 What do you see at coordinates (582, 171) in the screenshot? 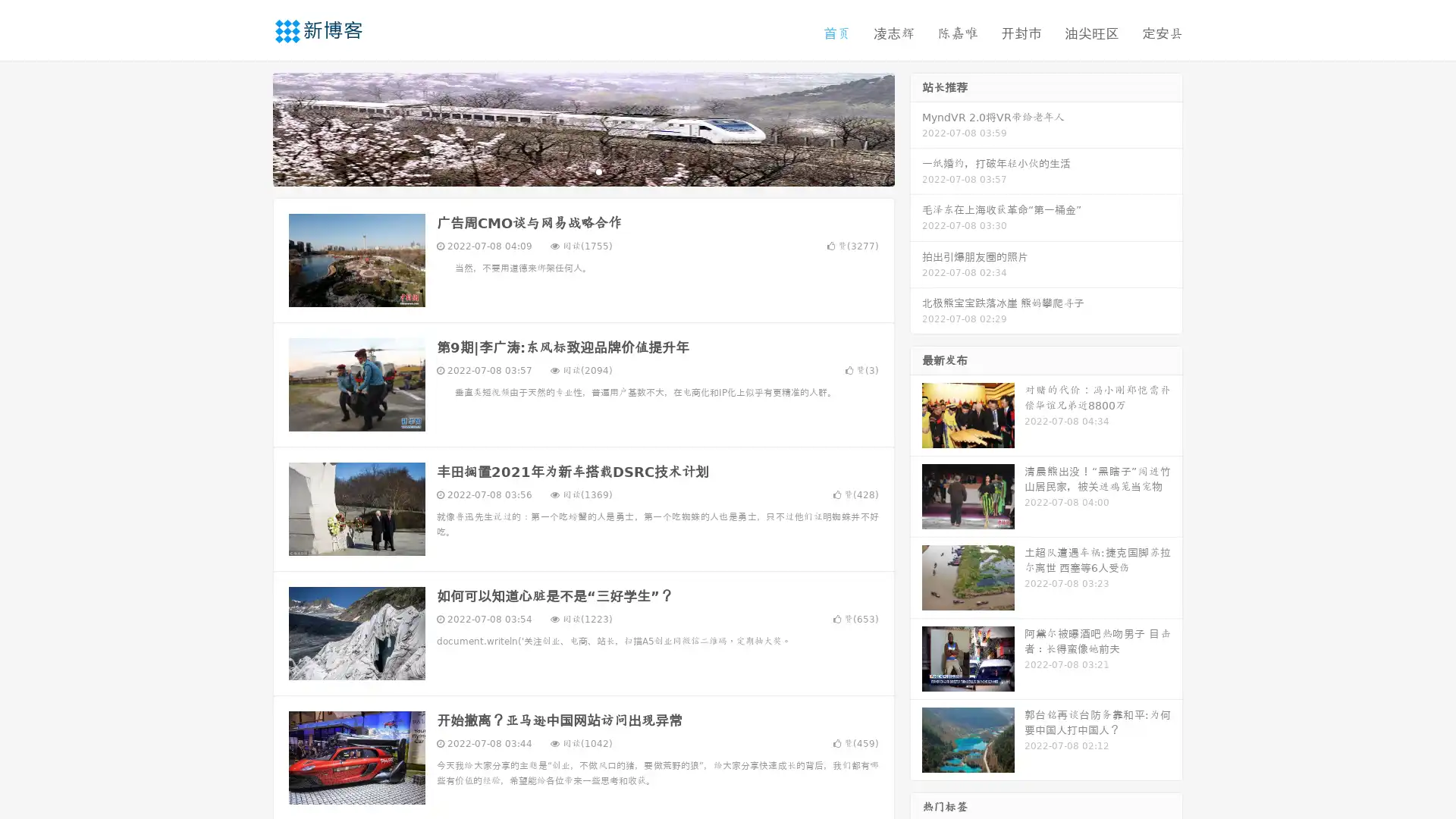
I see `Go to slide 2` at bounding box center [582, 171].